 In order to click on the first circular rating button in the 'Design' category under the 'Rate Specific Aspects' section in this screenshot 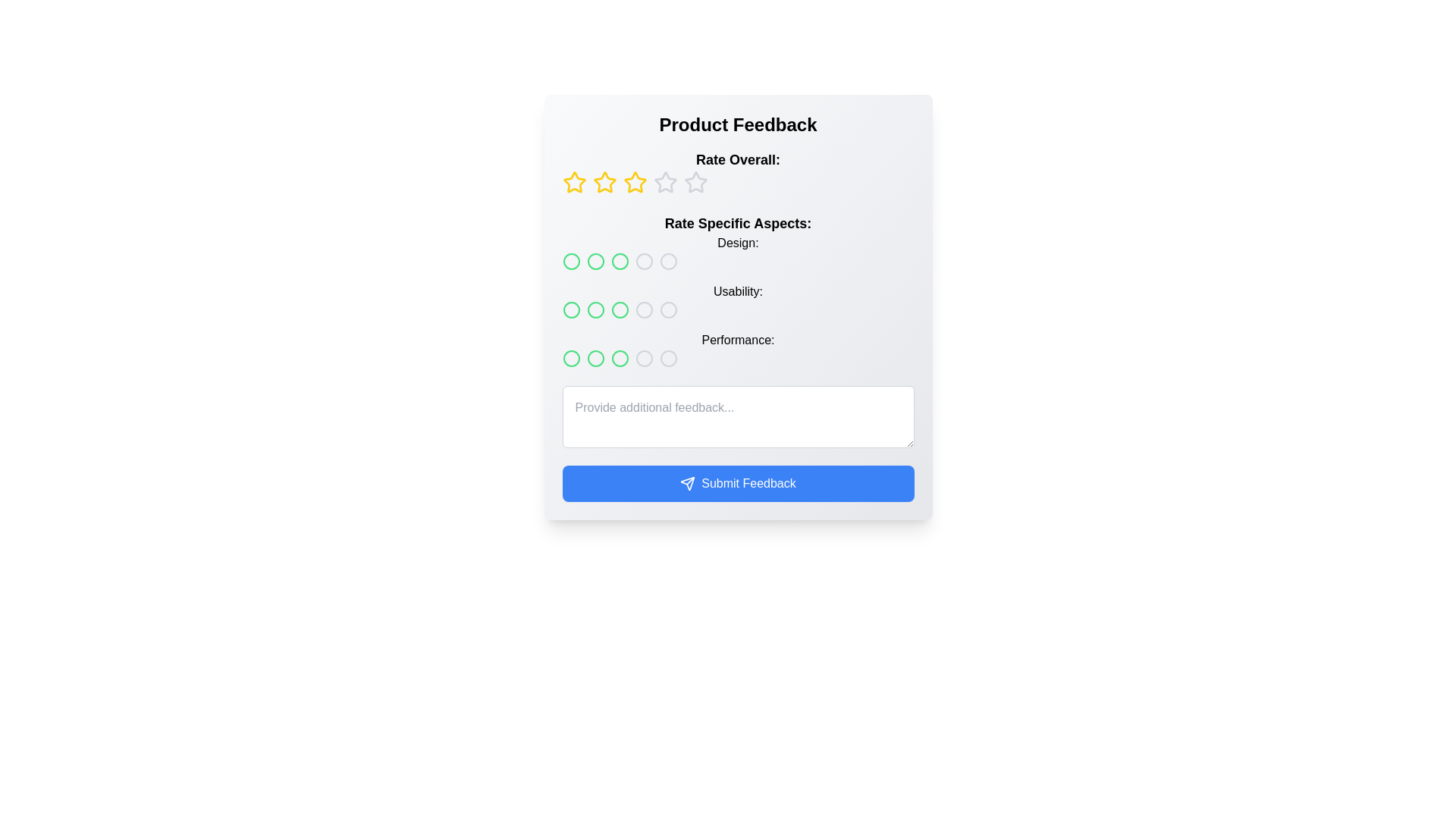, I will do `click(570, 260)`.